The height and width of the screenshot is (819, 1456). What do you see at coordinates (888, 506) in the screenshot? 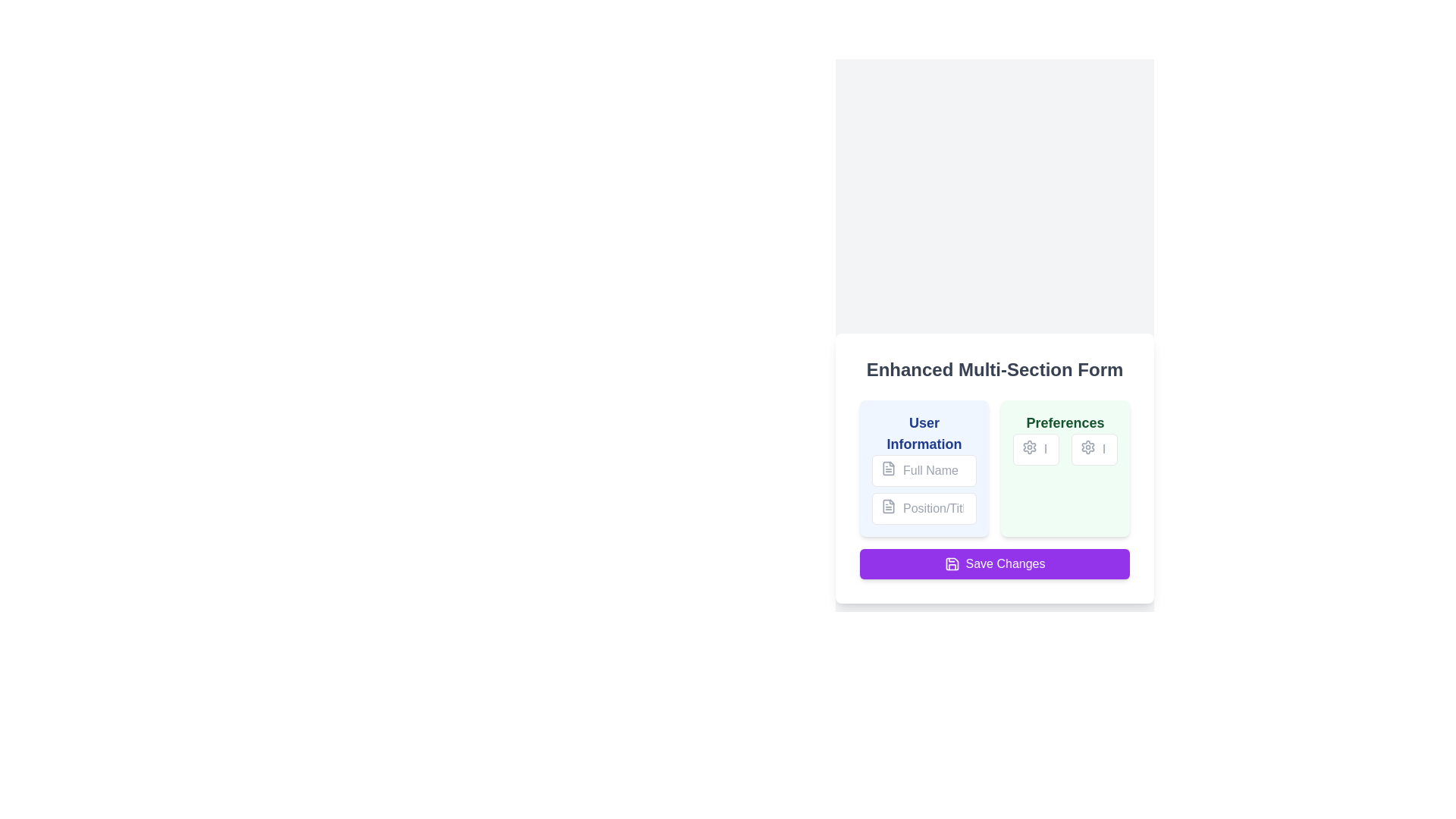
I see `the icon that serves as a visual indicator for the 'Position/Title' text input field located in the 'User Information' section of the form interface` at bounding box center [888, 506].